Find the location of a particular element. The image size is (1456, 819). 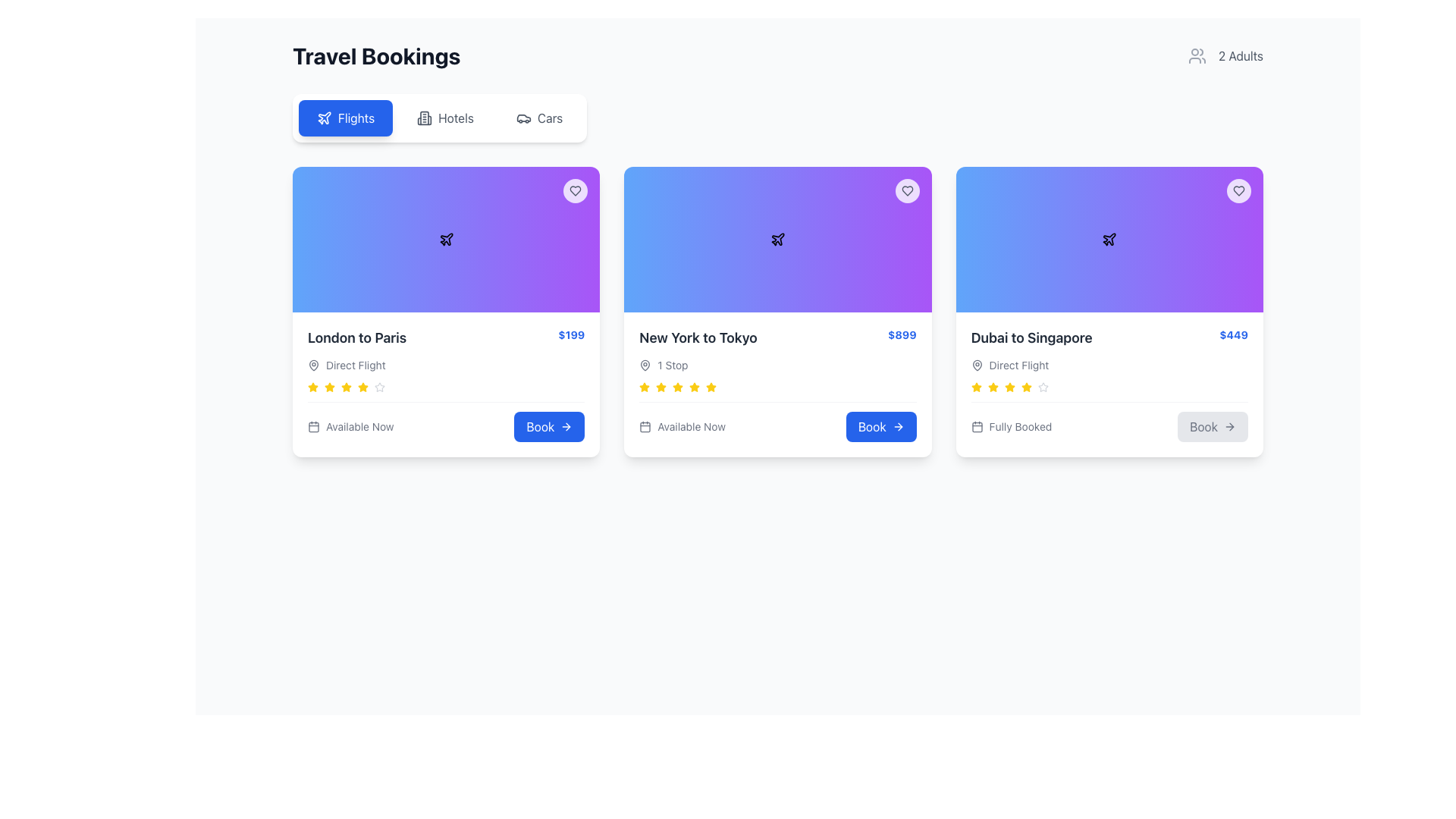

the building structure icon located in the top navigation bar under the 'Hotels' tab is located at coordinates (425, 117).